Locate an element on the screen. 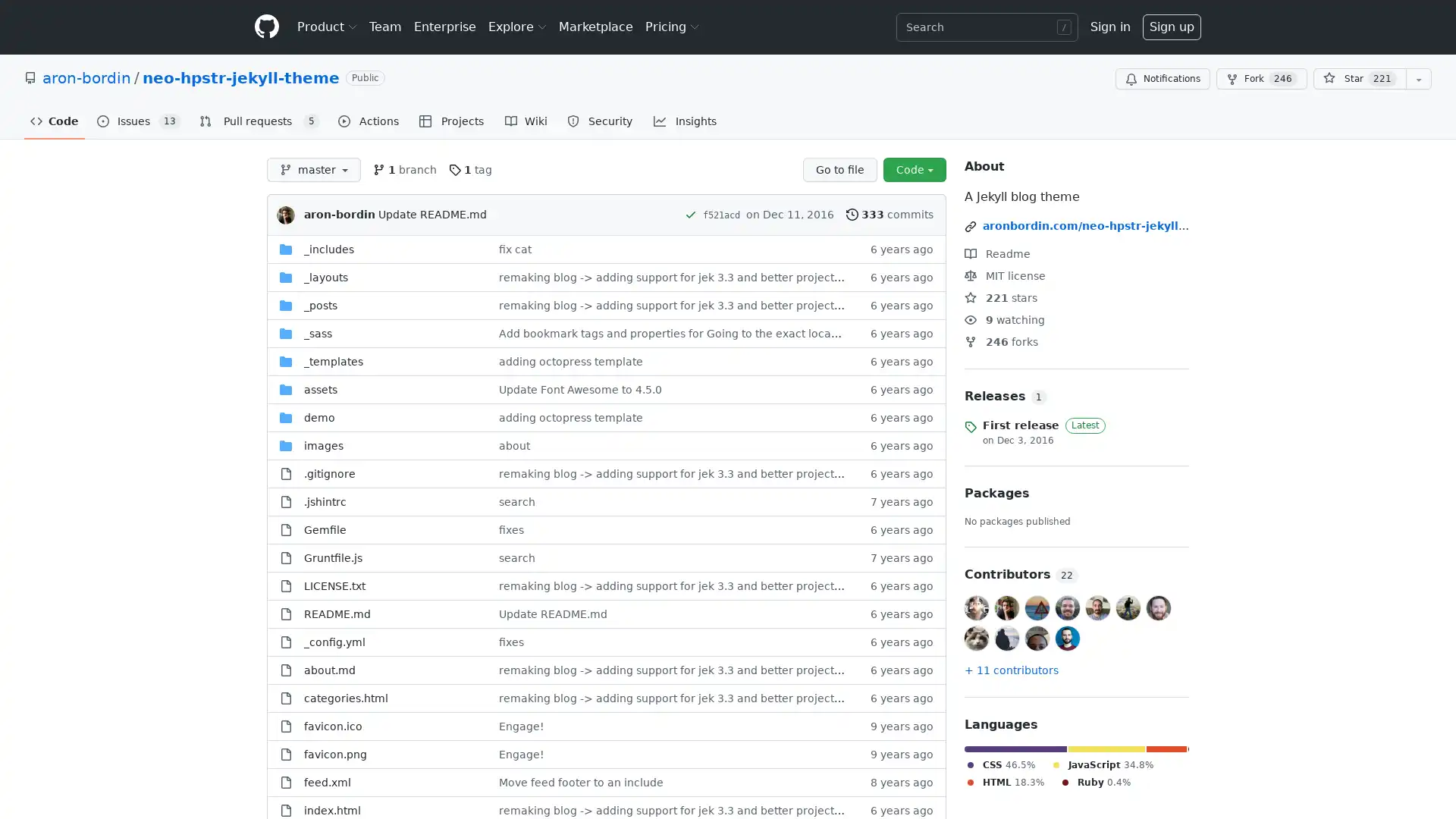 The width and height of the screenshot is (1456, 819). You must be signed in to add this repository to a list is located at coordinates (1418, 79).